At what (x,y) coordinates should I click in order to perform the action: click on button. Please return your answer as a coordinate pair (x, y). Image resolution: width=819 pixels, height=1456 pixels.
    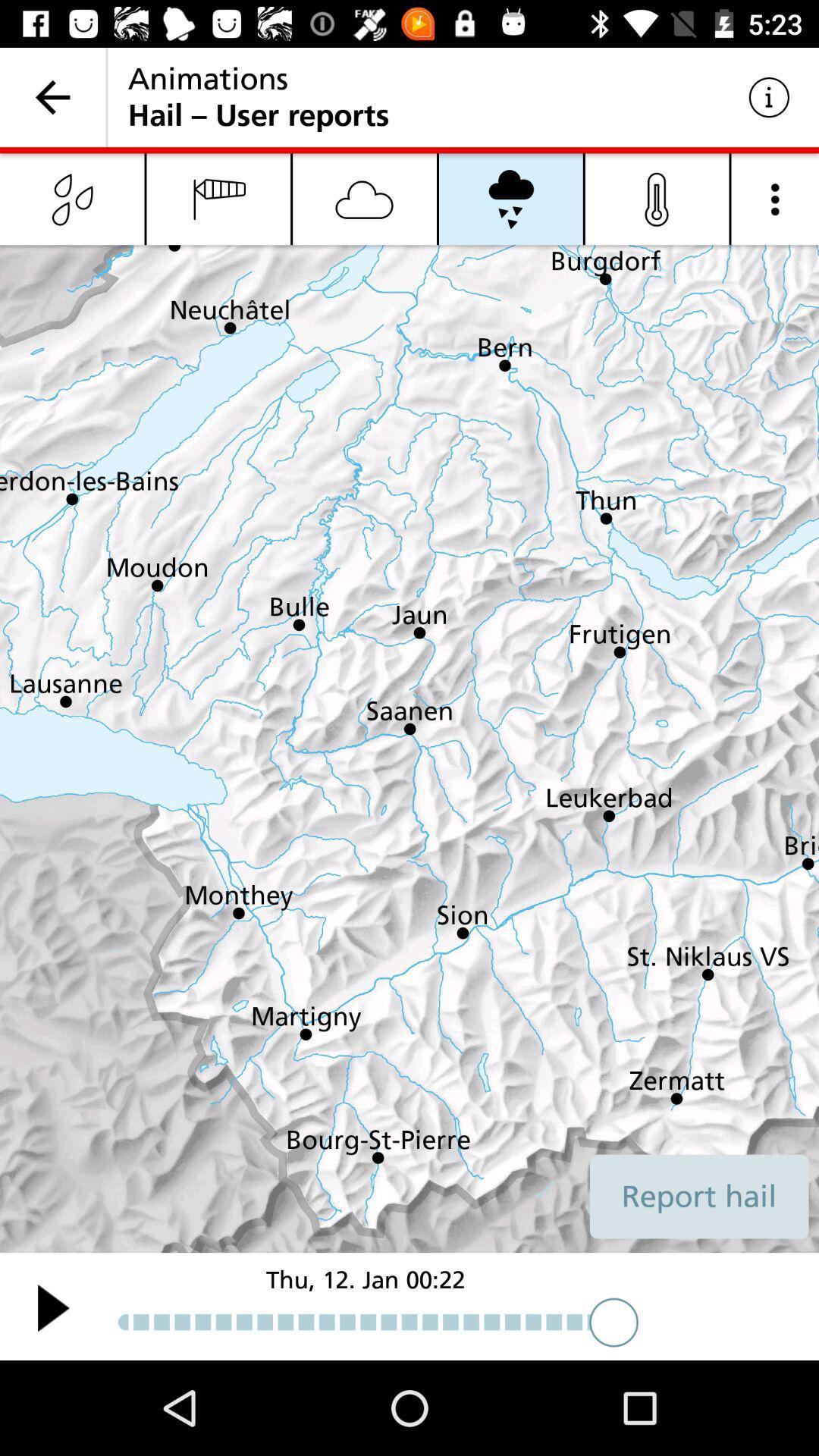
    Looking at the image, I should click on (52, 1307).